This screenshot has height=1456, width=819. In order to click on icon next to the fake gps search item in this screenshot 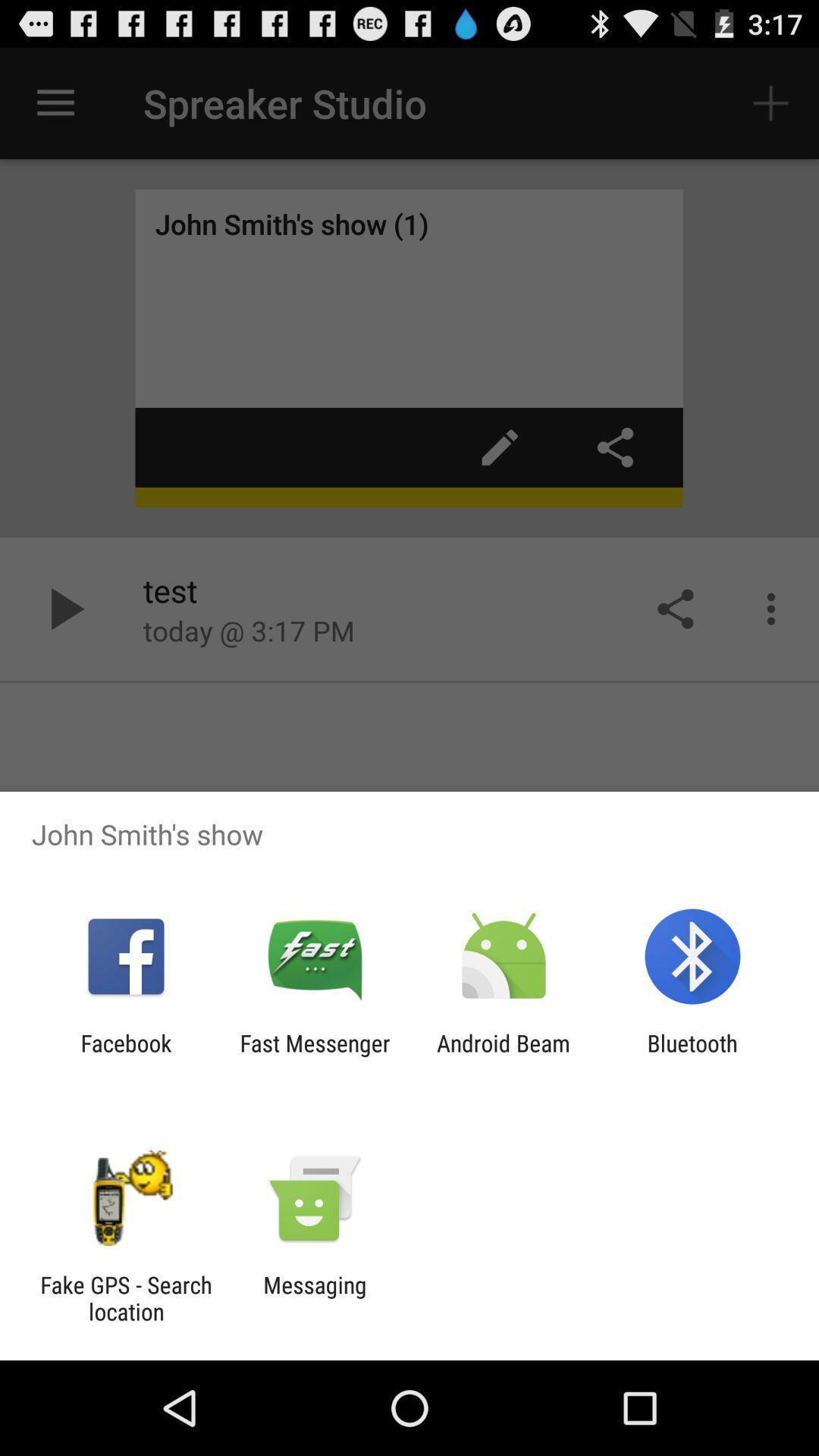, I will do `click(314, 1298)`.